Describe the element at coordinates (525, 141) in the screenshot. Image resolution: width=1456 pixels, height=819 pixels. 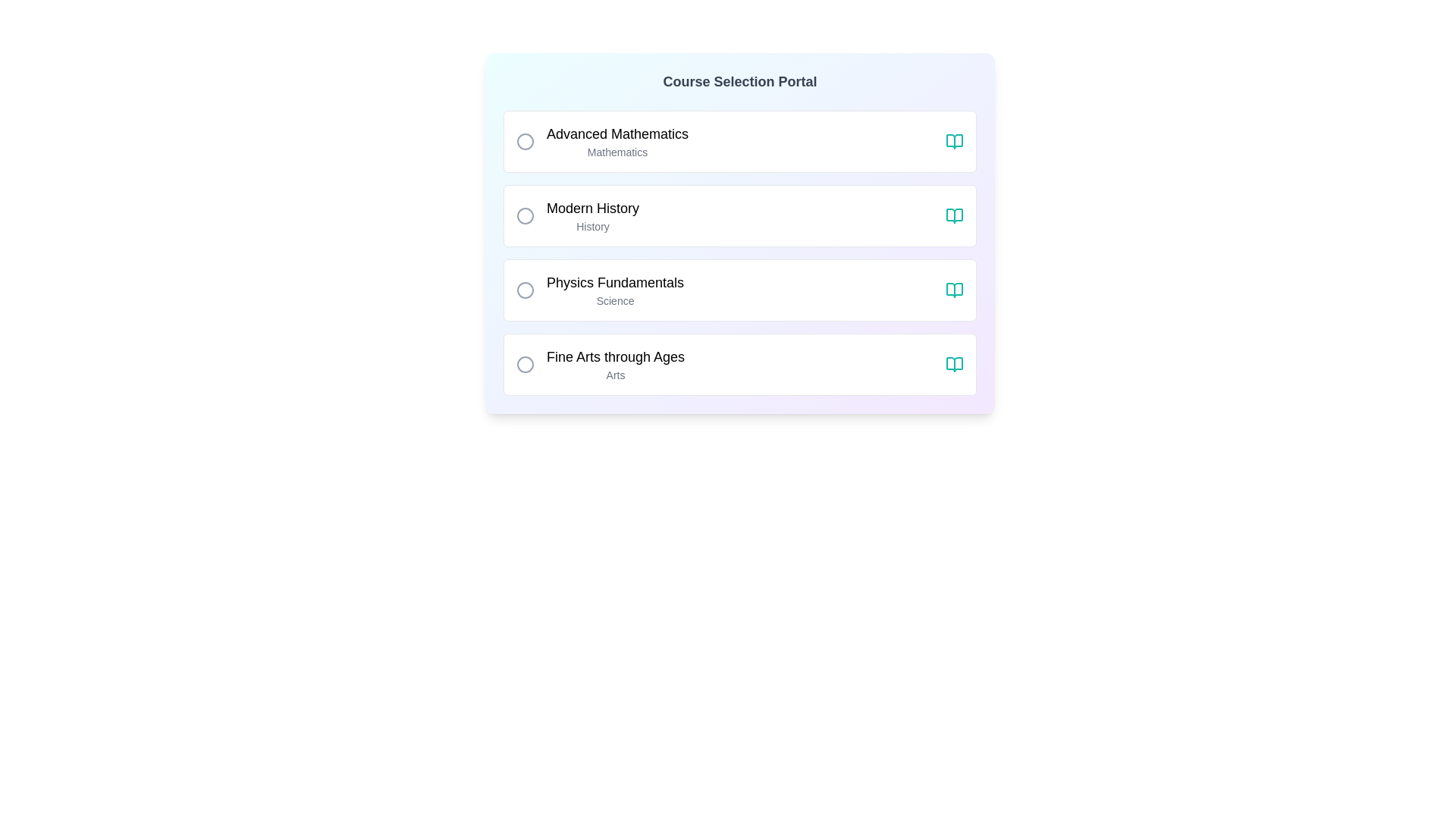
I see `the radio button for 'Advanced Mathematics' using keyboard navigation` at that location.